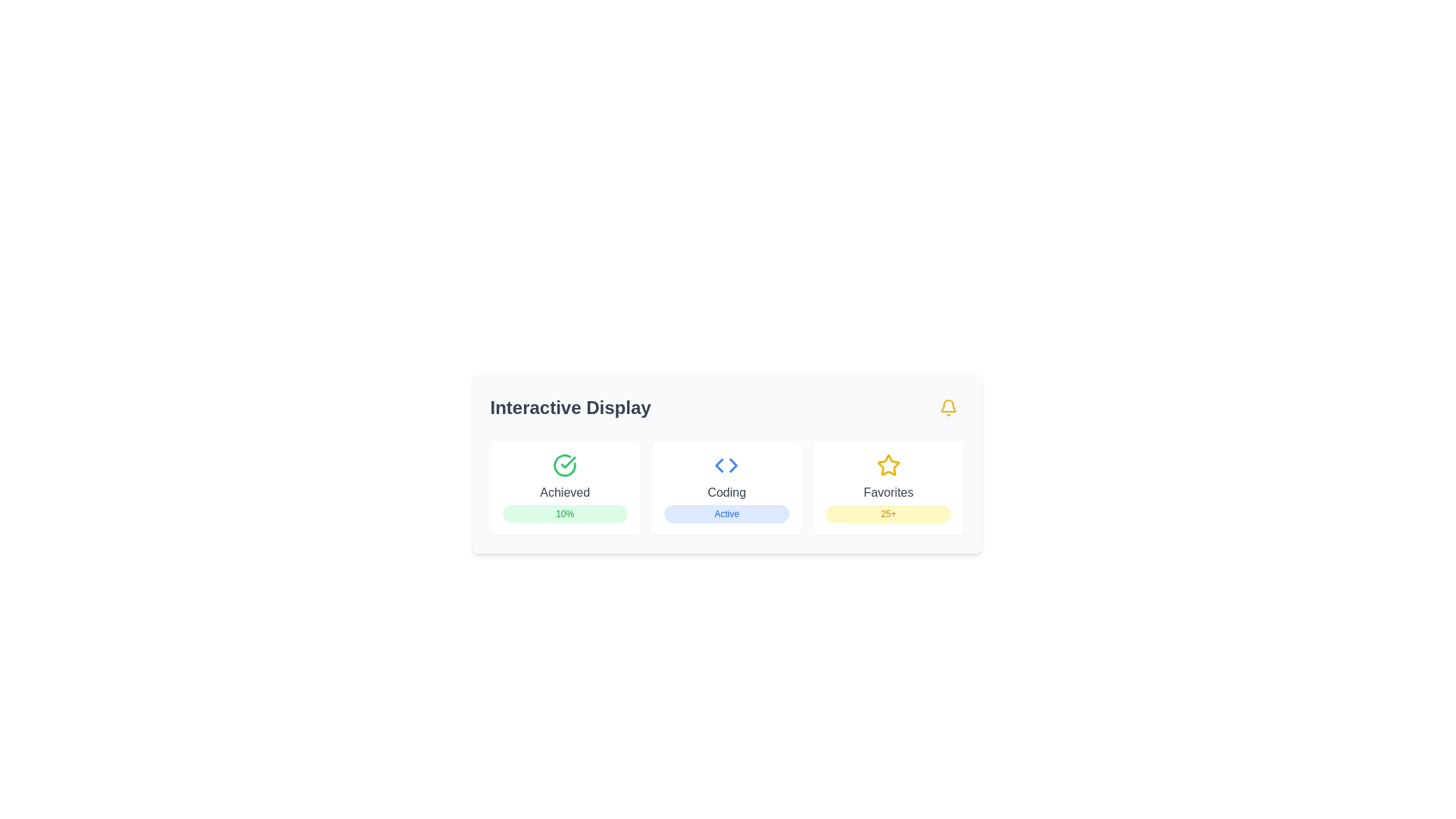 This screenshot has width=1456, height=819. Describe the element at coordinates (888, 464) in the screenshot. I see `the star-shaped yellow icon associated with 'Favorites', located at the rightmost position in a three-column layout` at that location.